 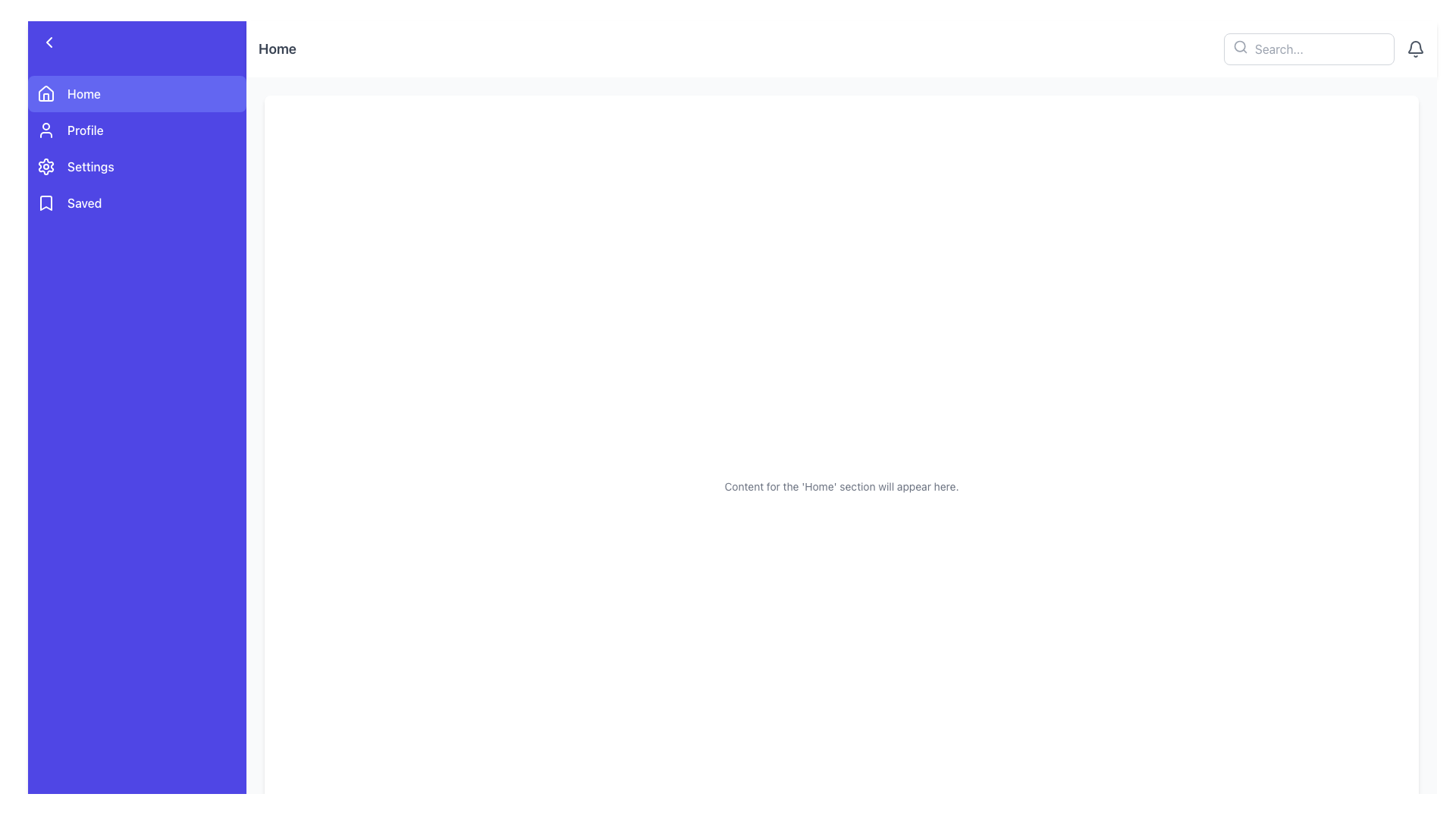 I want to click on the navigation button with a leftward-pointing chevron located at the top of the purple sidebar, so click(x=137, y=42).